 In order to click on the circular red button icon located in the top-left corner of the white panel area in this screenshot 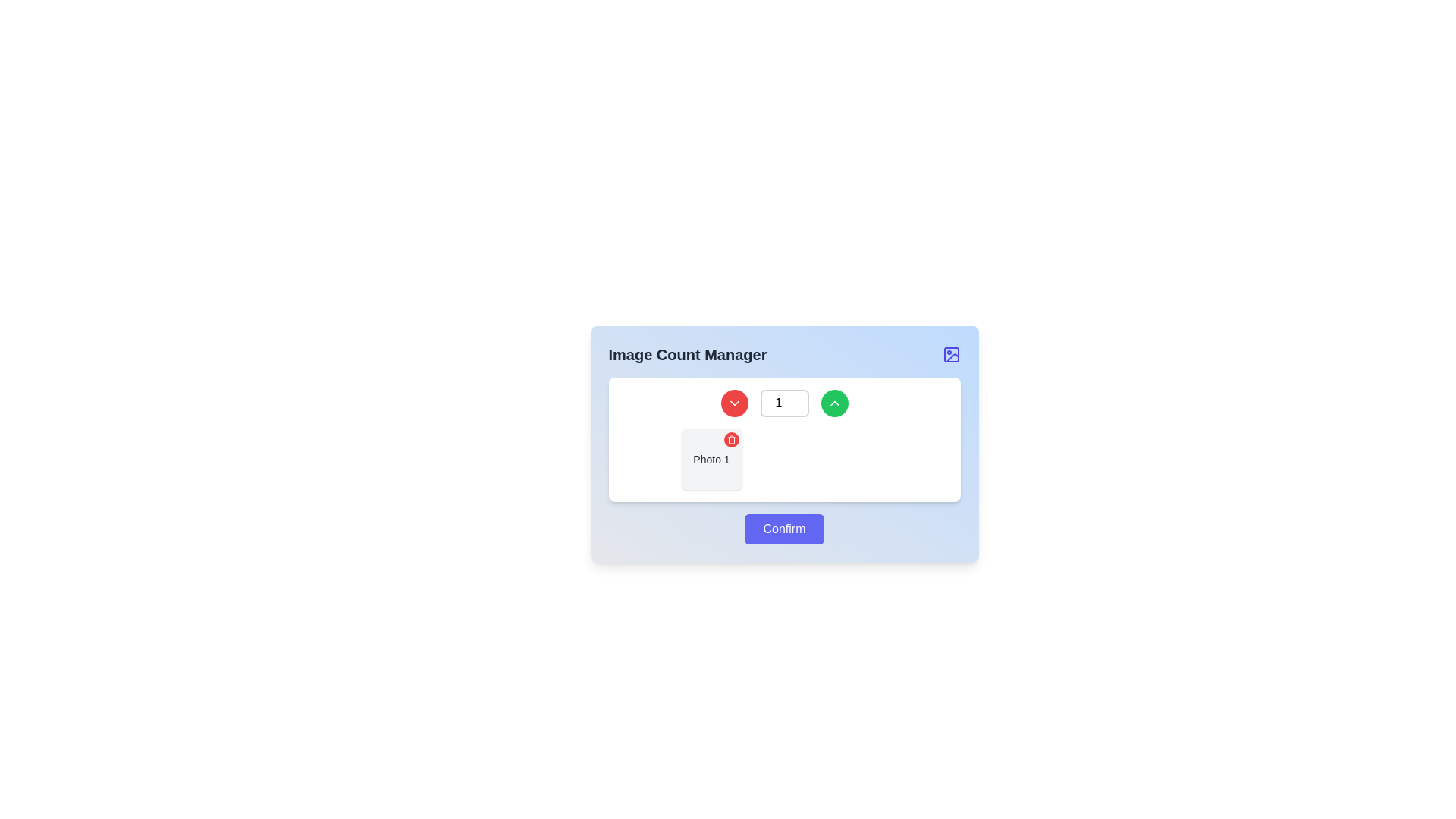, I will do `click(734, 403)`.